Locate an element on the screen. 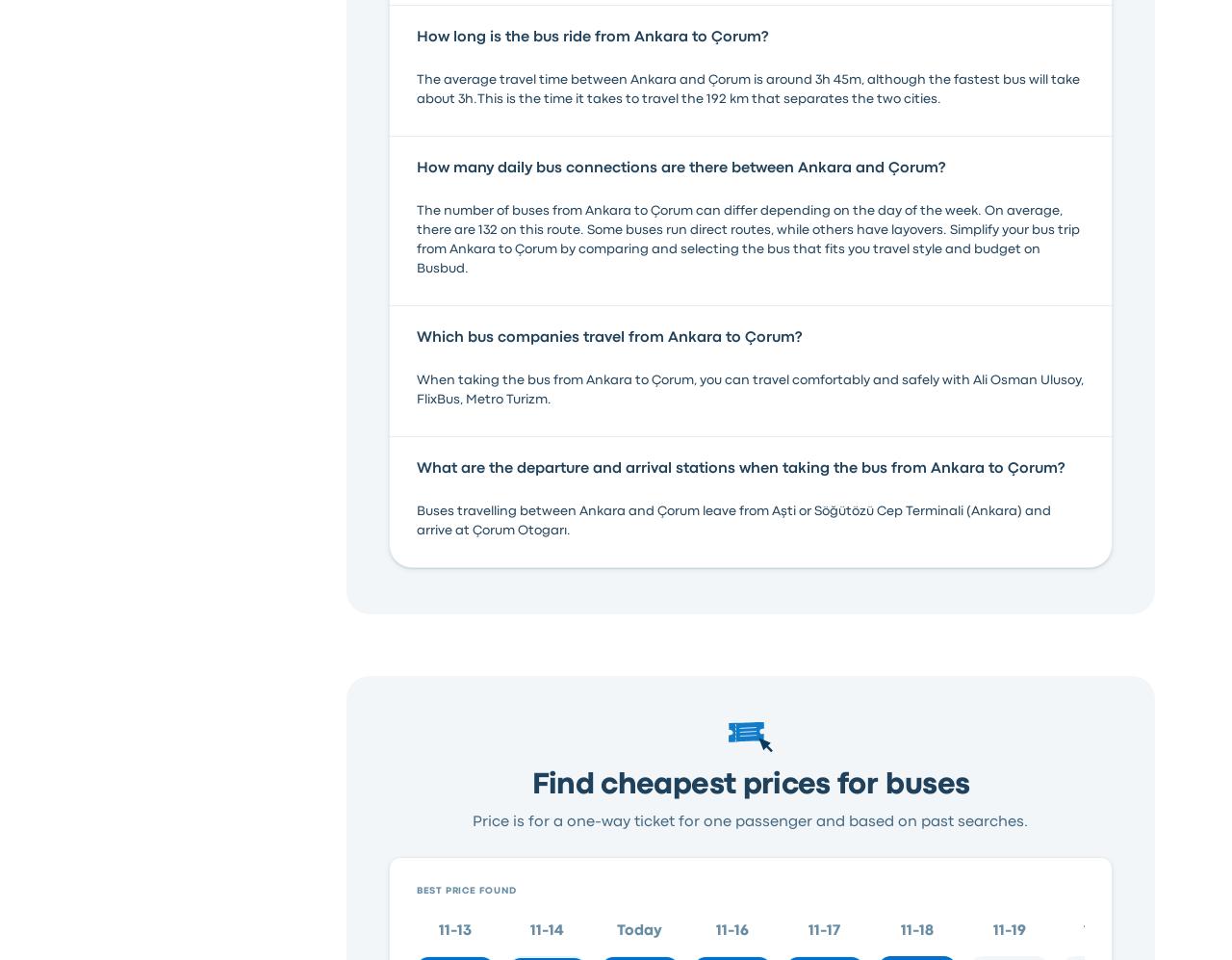  '11-14' is located at coordinates (546, 928).